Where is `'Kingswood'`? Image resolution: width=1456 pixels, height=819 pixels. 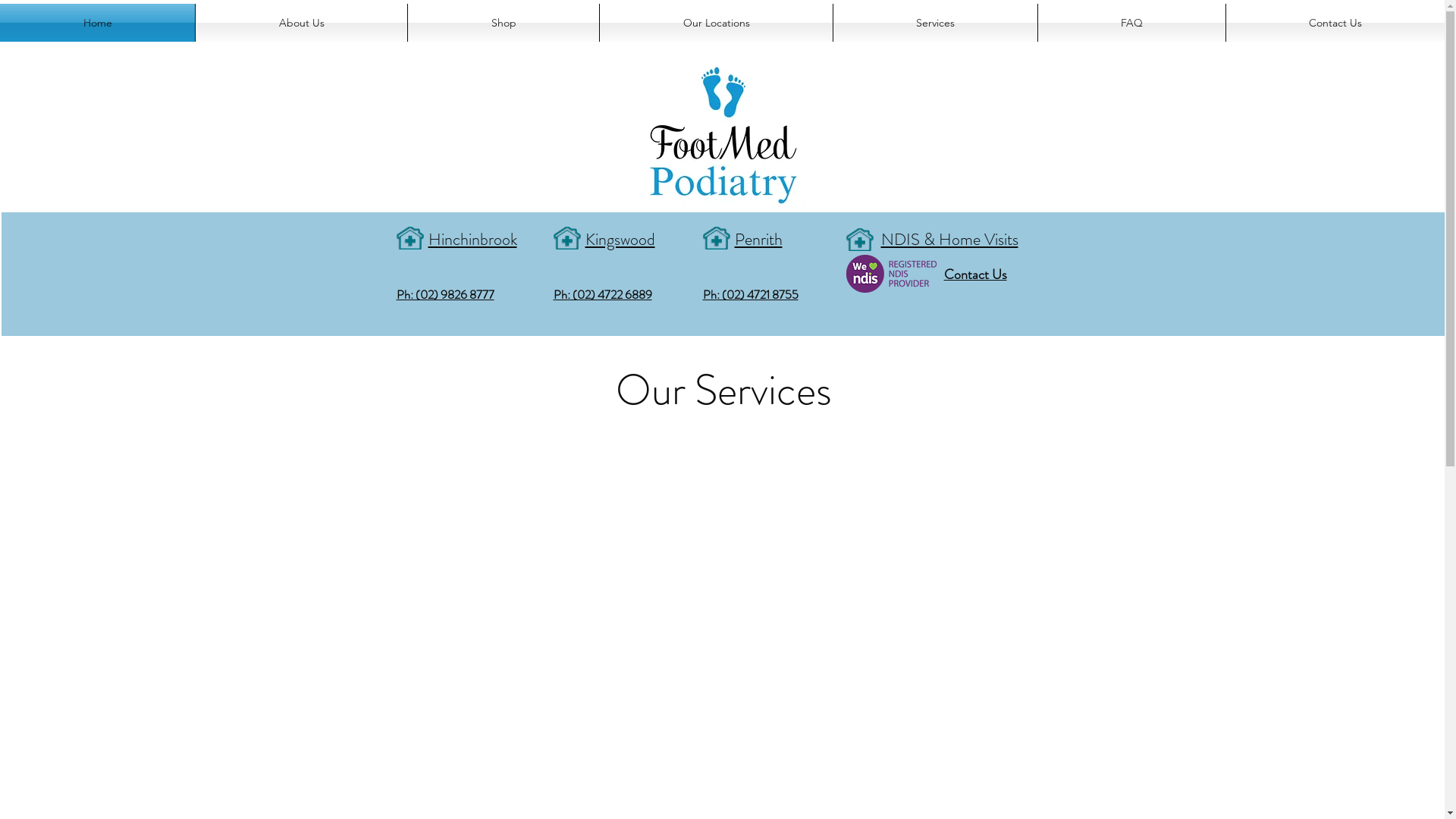
'Kingswood' is located at coordinates (585, 237).